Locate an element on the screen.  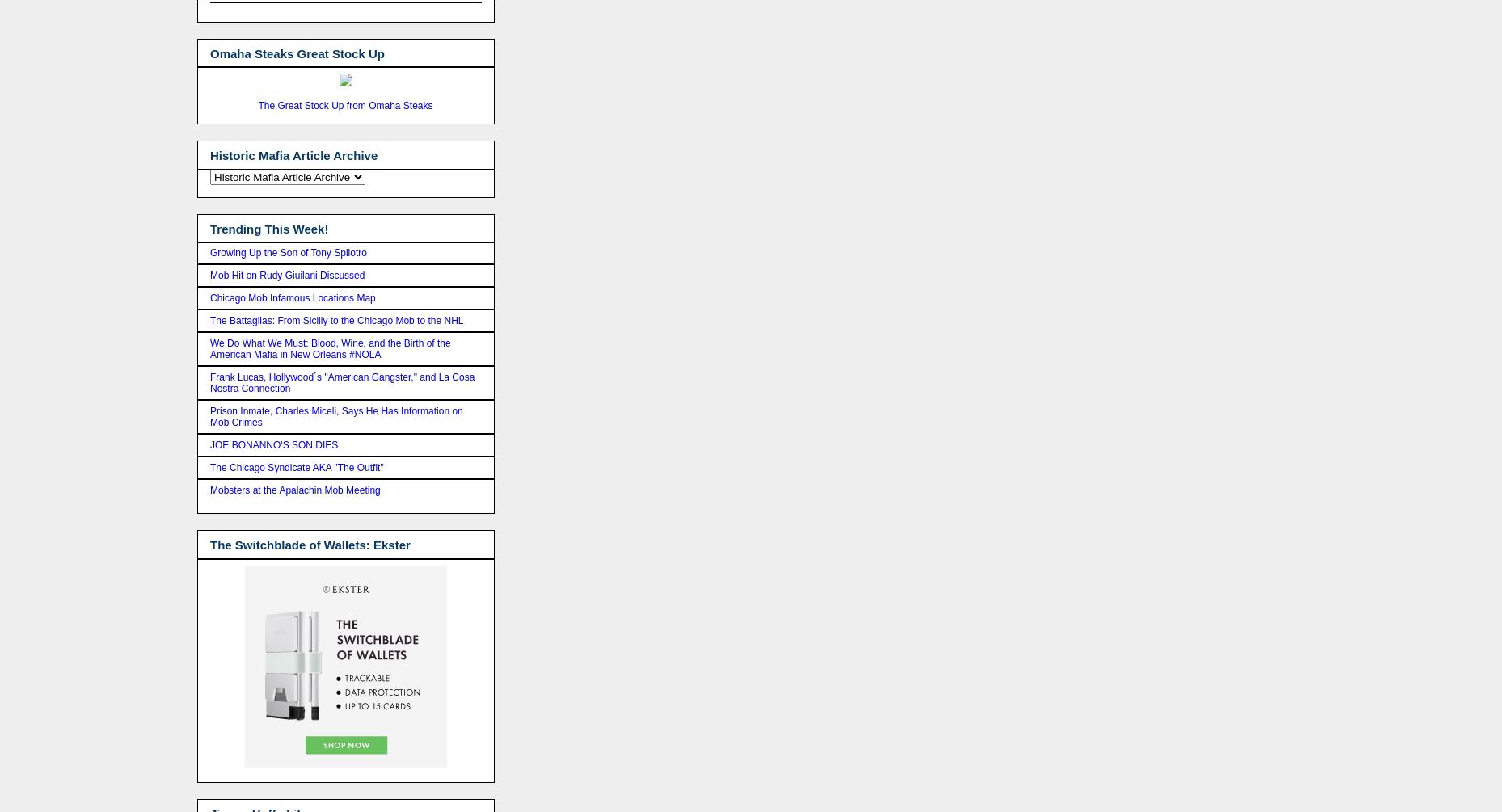
'Historic Mafia Article Archive' is located at coordinates (293, 154).